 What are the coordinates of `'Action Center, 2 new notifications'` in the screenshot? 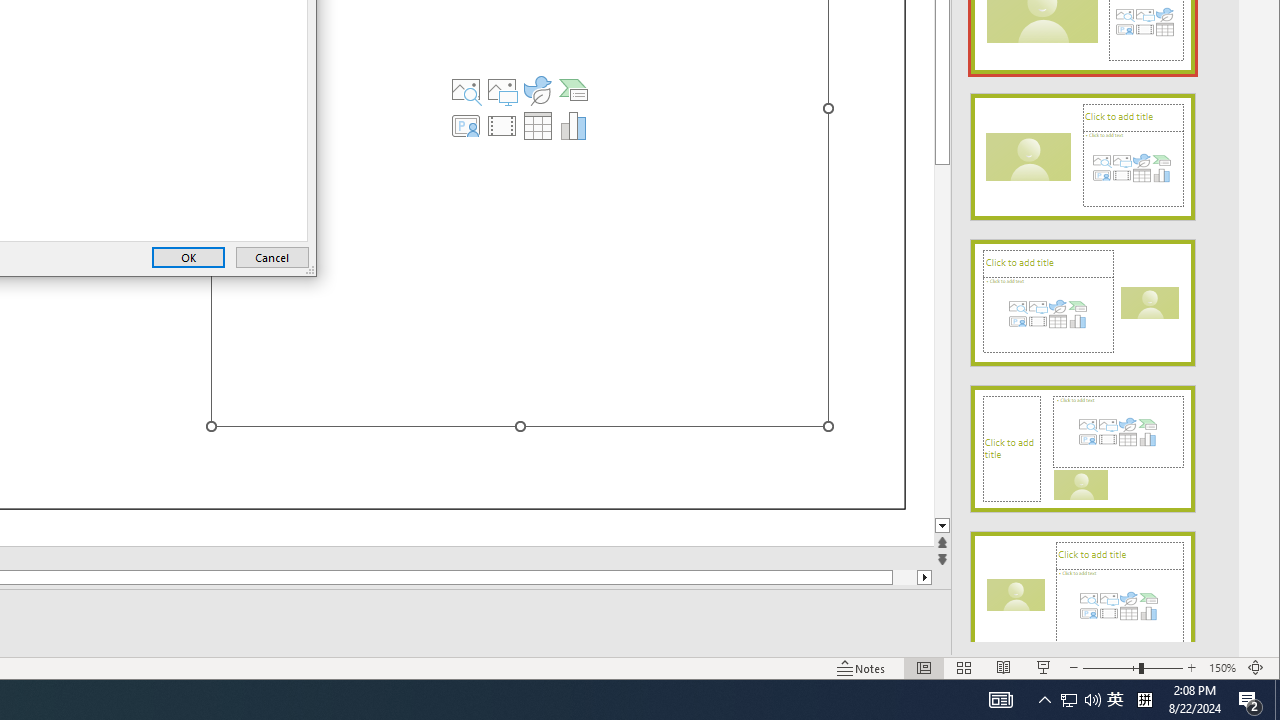 It's located at (1250, 698).